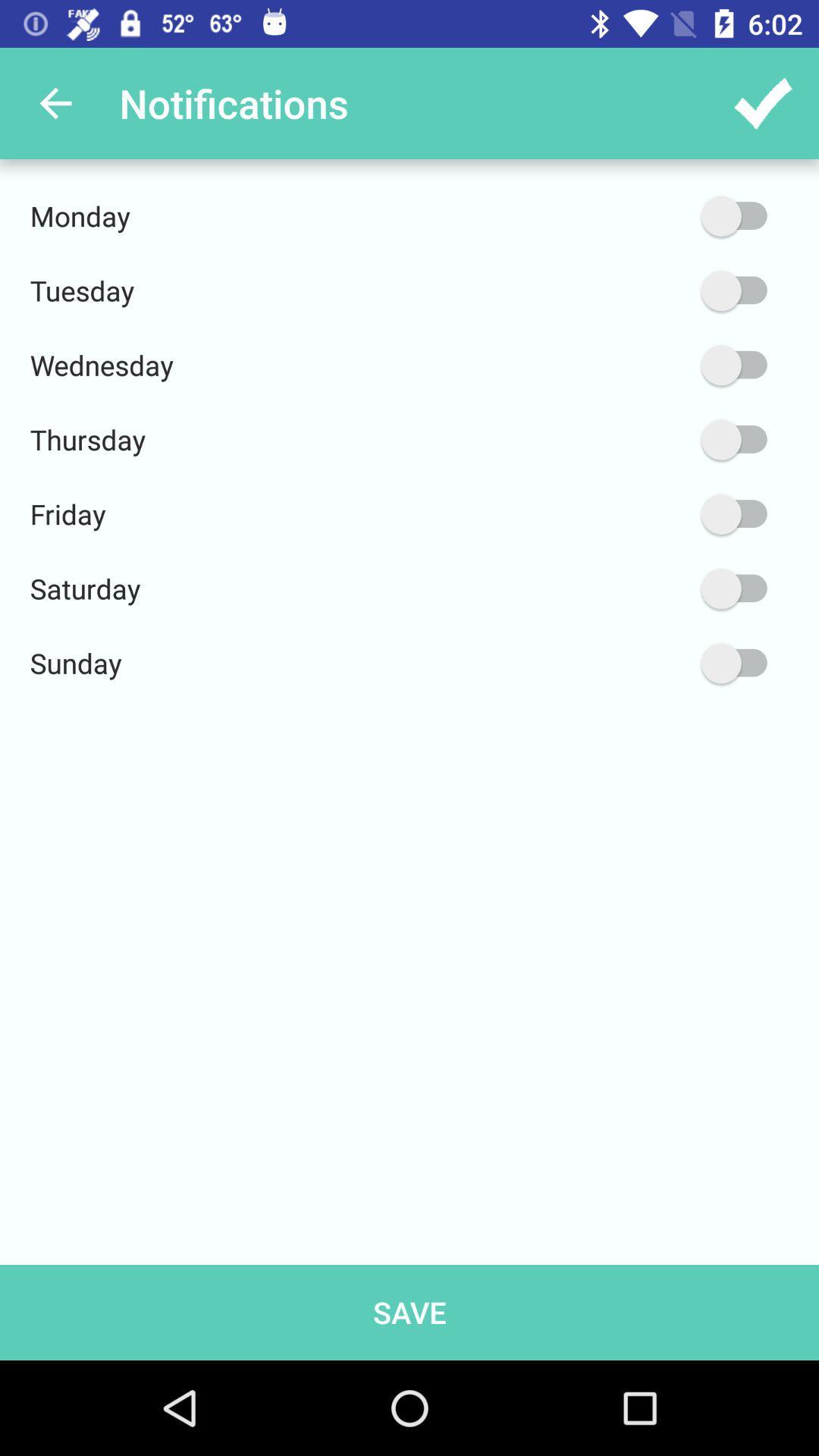 Image resolution: width=819 pixels, height=1456 pixels. Describe the element at coordinates (661, 290) in the screenshot. I see `the icon next to the tuesday icon` at that location.